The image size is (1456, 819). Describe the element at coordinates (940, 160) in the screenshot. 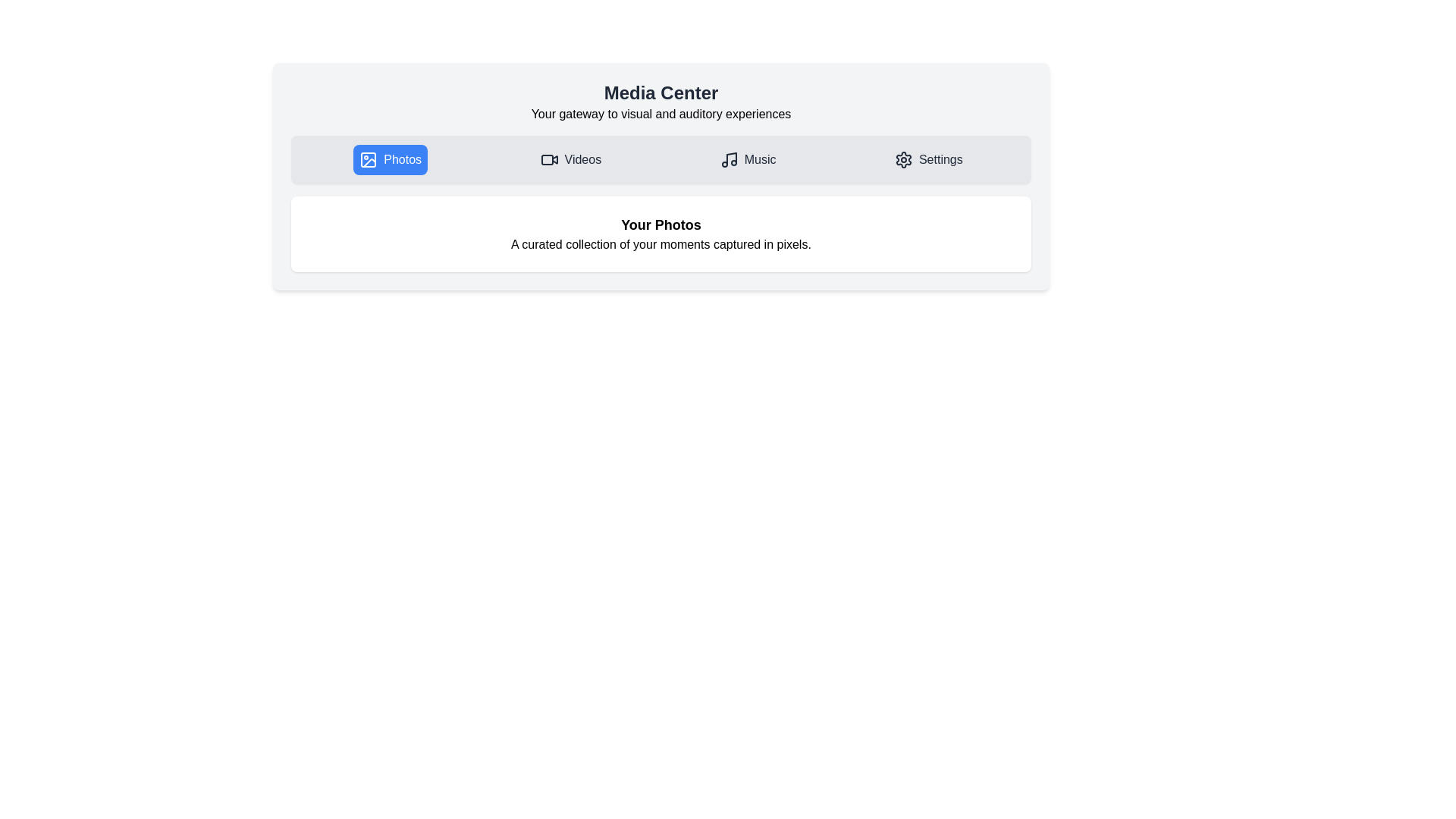

I see `the 'Settings' text label, which is positioned next to the gear icon in the top-right corner of the interface` at that location.